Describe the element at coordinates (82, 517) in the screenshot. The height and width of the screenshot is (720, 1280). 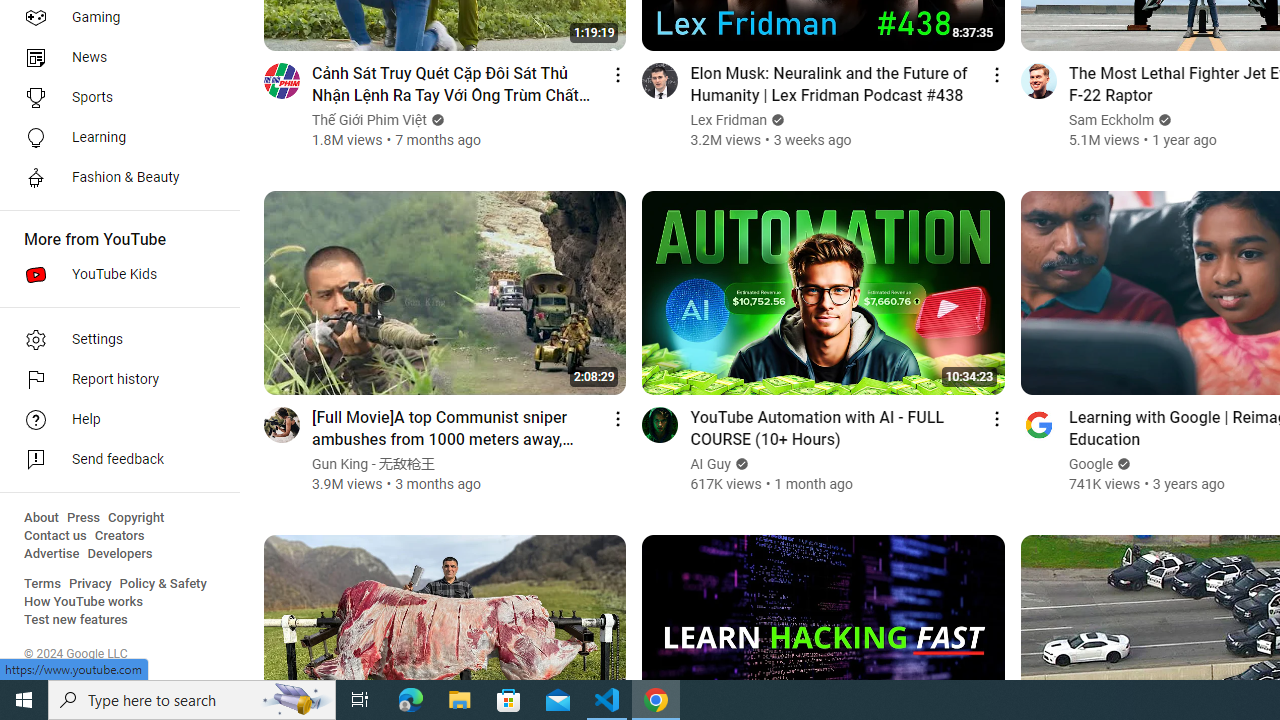
I see `'Press'` at that location.